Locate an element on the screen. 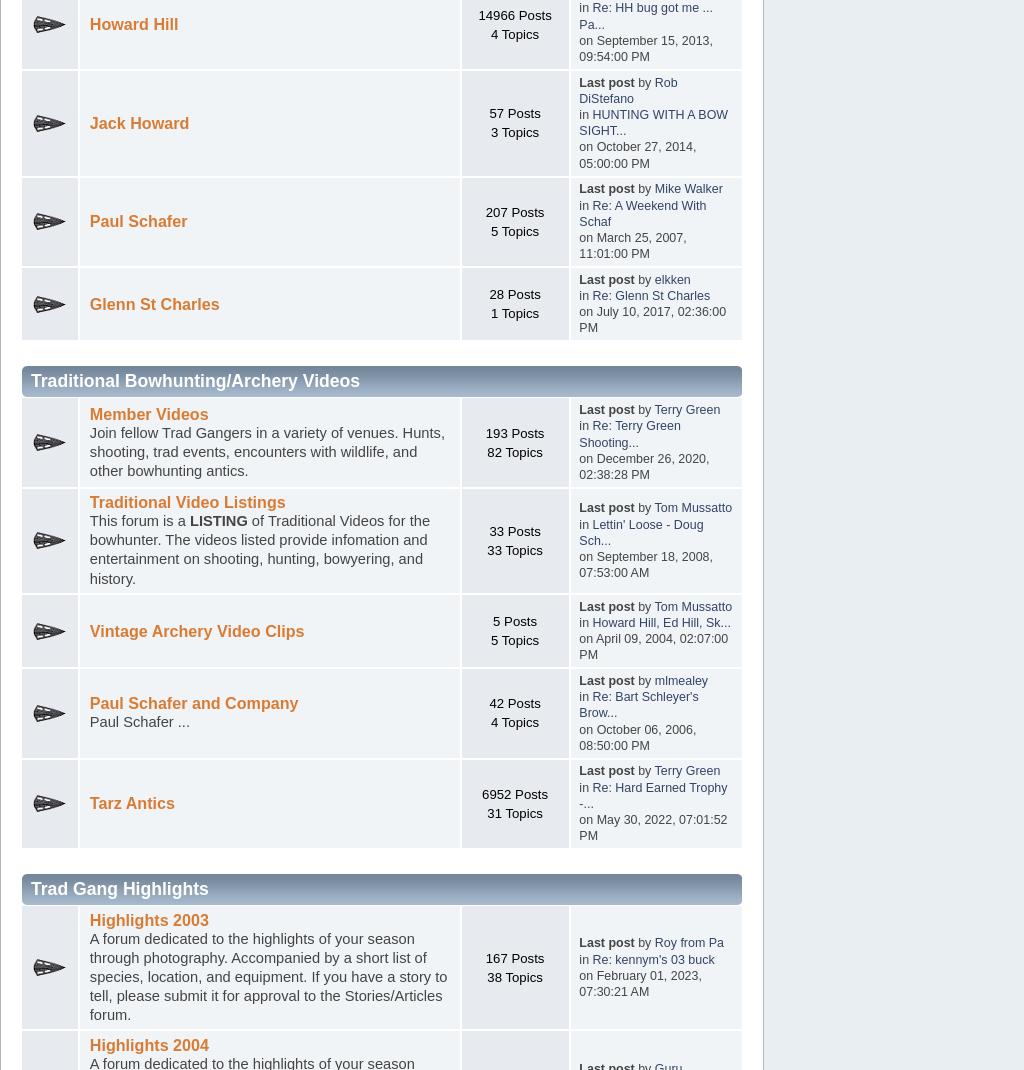 The image size is (1024, 1070). 'This forum is a' is located at coordinates (137, 520).